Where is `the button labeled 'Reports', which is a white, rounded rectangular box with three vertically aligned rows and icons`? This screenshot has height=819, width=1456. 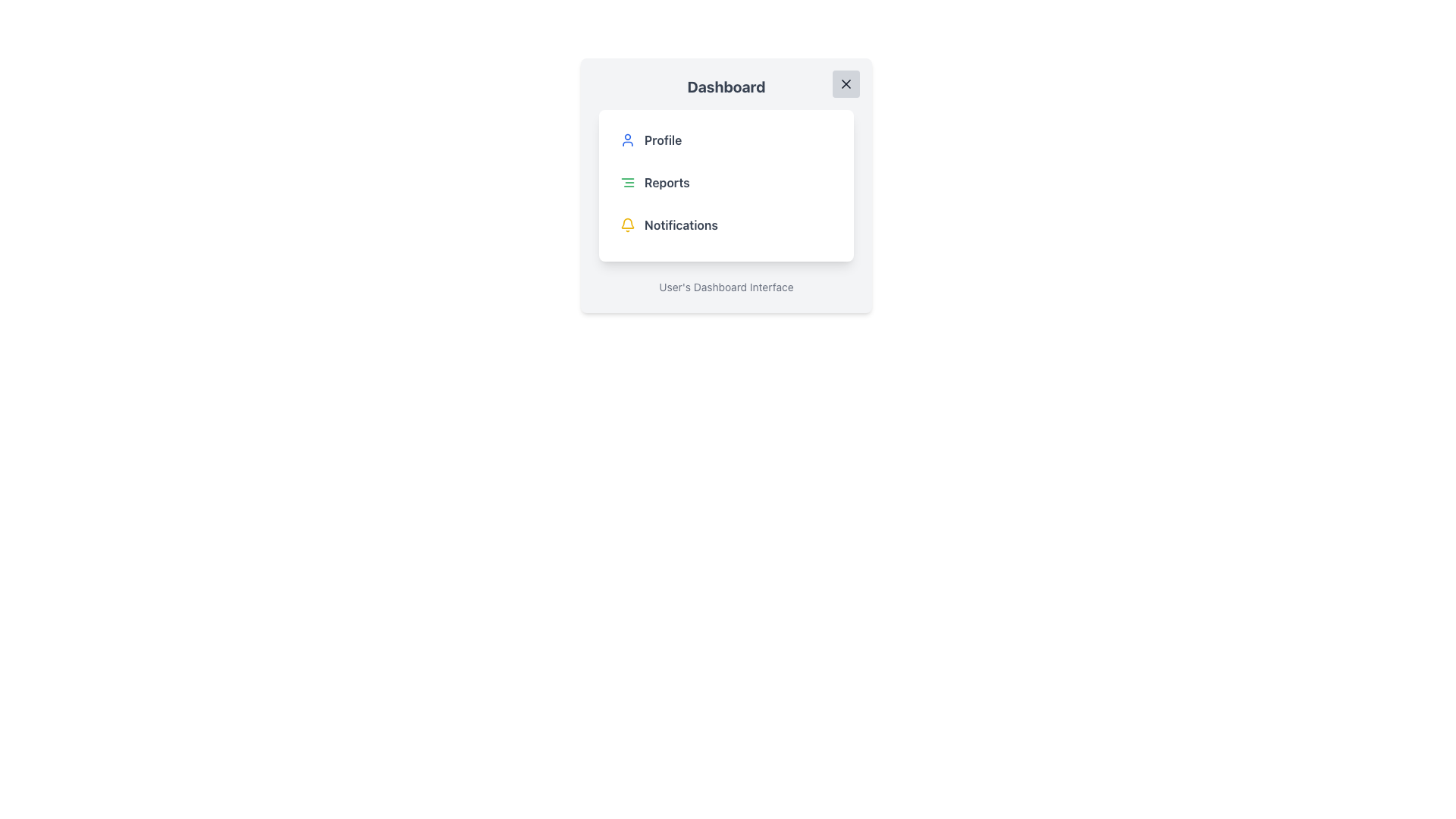
the button labeled 'Reports', which is a white, rounded rectangular box with three vertically aligned rows and icons is located at coordinates (726, 185).